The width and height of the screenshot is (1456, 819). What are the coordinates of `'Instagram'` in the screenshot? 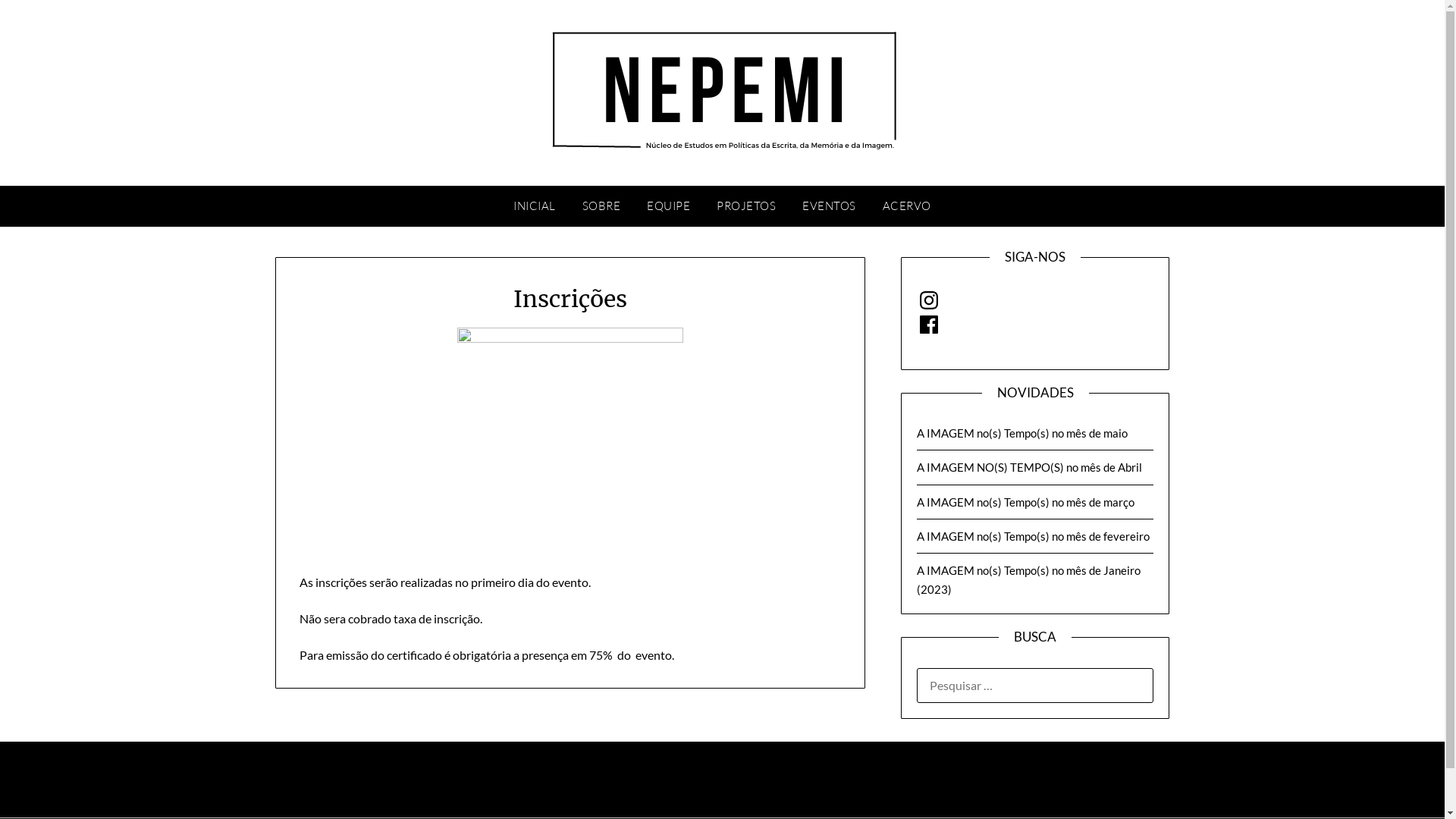 It's located at (927, 300).